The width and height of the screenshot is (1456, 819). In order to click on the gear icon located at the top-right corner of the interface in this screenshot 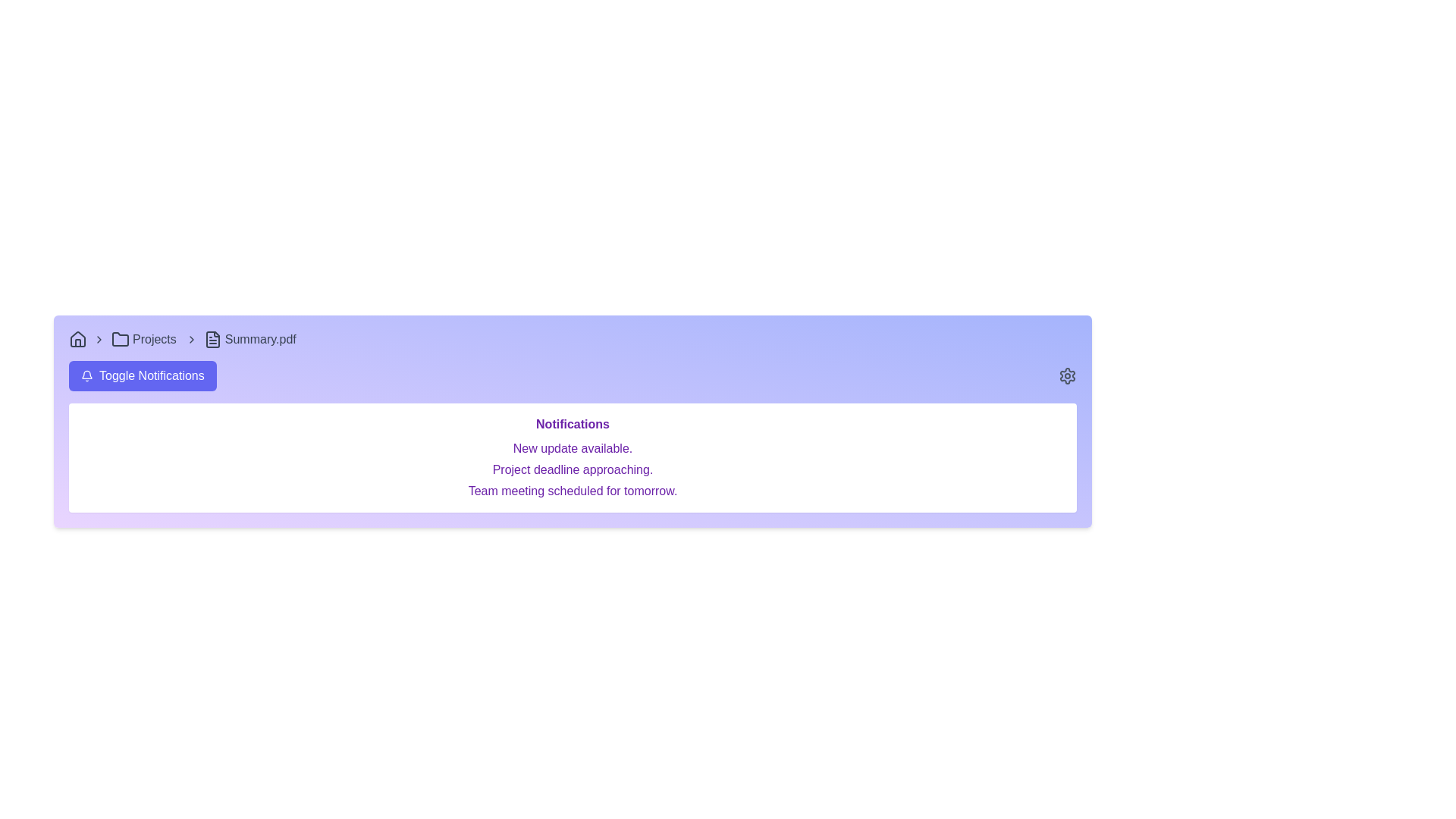, I will do `click(1066, 375)`.